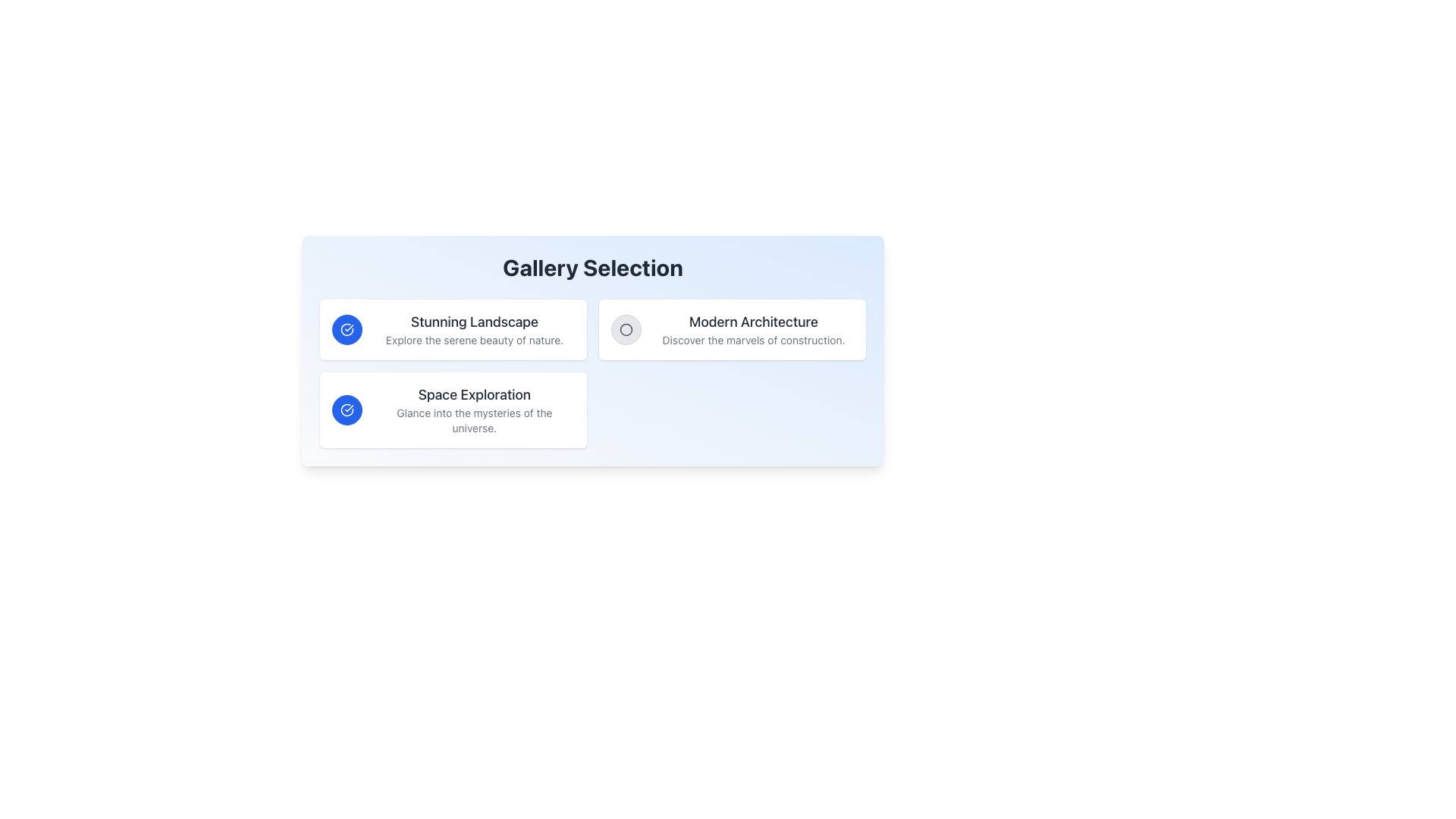 Image resolution: width=1456 pixels, height=819 pixels. Describe the element at coordinates (626, 329) in the screenshot. I see `the button located in the top-left corner of the white card titled 'Modern Architecture'` at that location.